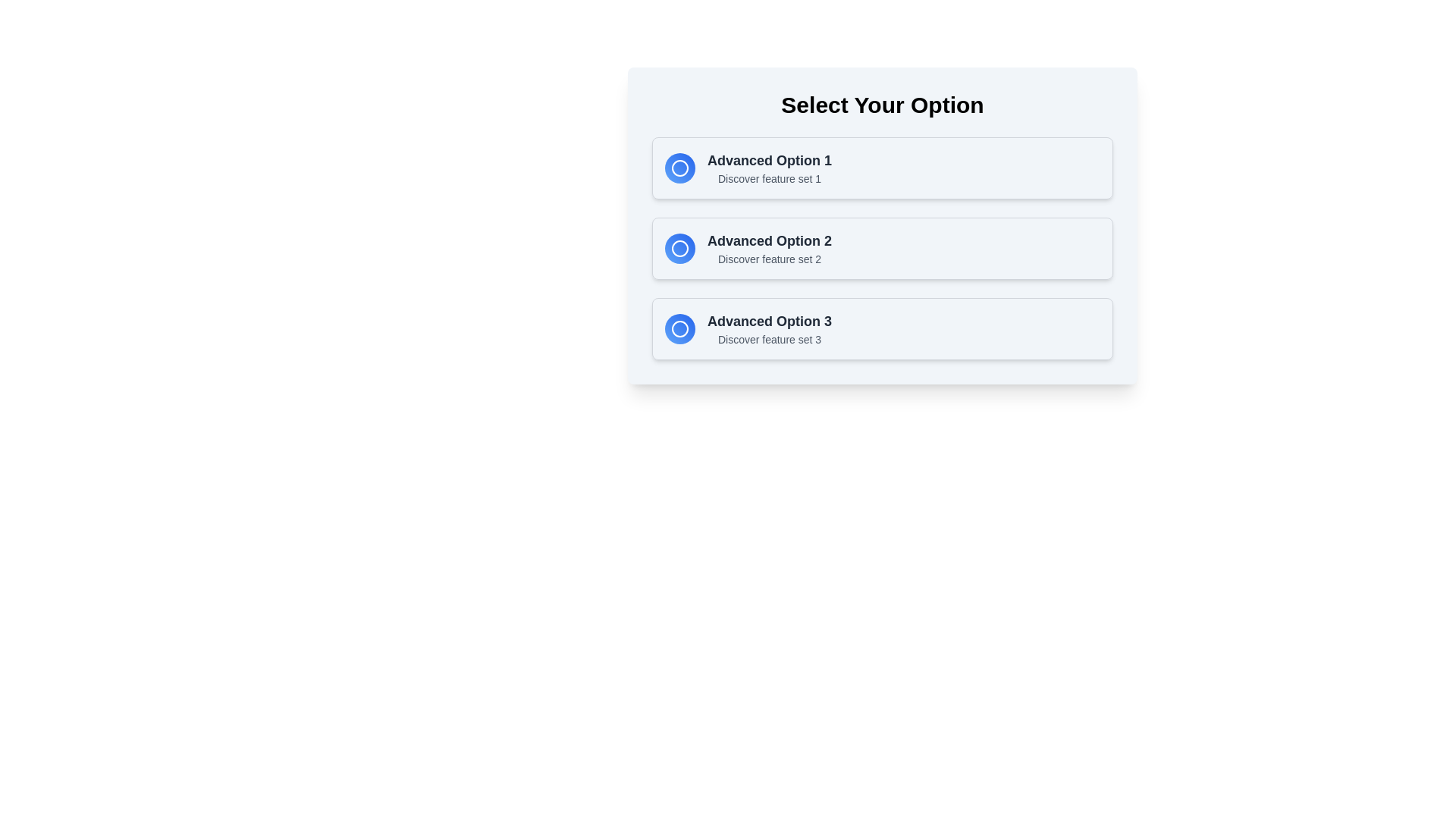 Image resolution: width=1456 pixels, height=819 pixels. What do you see at coordinates (679, 168) in the screenshot?
I see `the circular icon with a white border and blue gradient background, which is the first icon in a vertical list of options located at the top left corner of the first option` at bounding box center [679, 168].